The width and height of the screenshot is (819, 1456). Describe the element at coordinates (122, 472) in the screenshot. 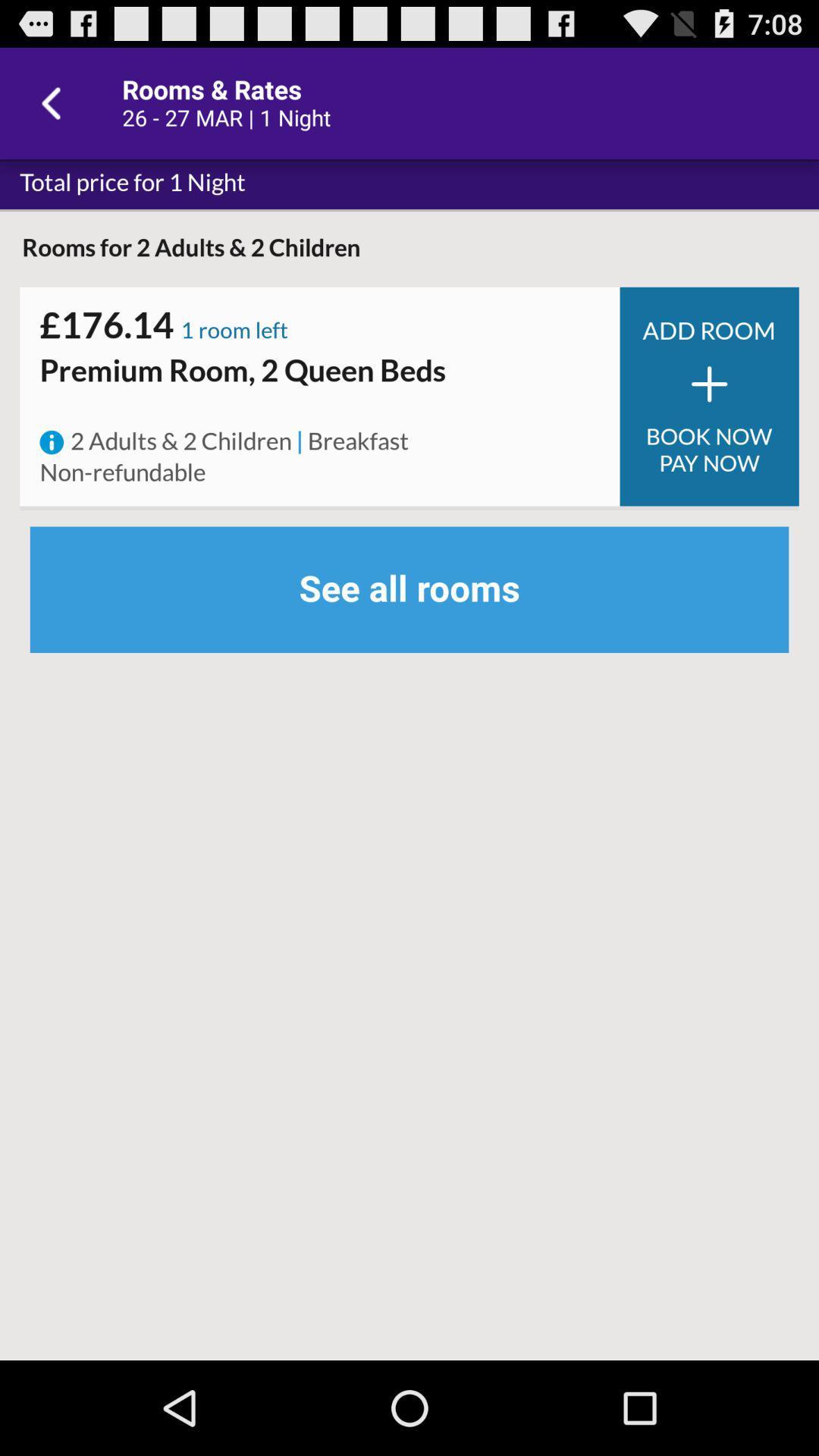

I see `non-refundable icon` at that location.